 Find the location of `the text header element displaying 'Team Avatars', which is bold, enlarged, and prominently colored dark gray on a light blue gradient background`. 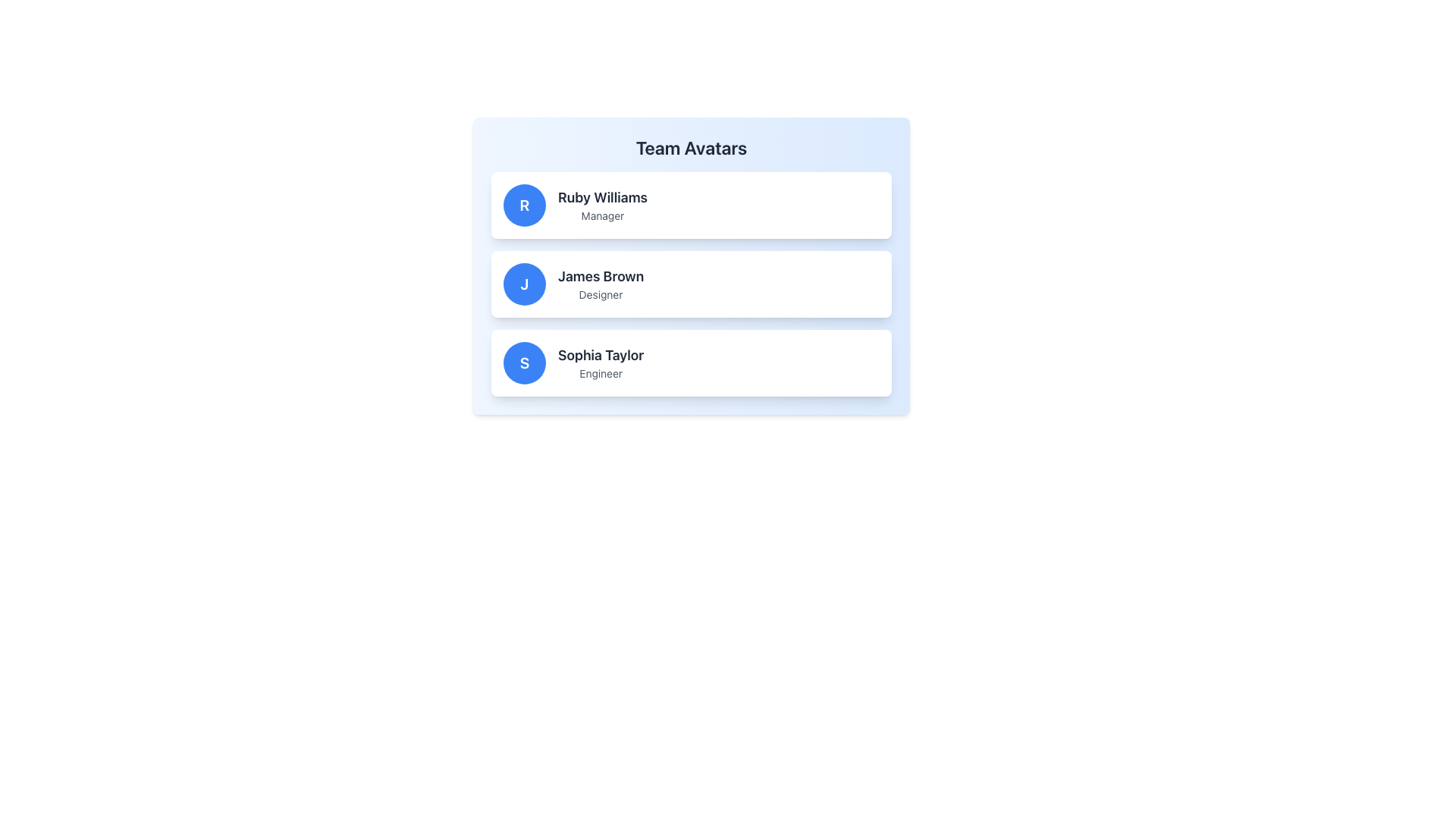

the text header element displaying 'Team Avatars', which is bold, enlarged, and prominently colored dark gray on a light blue gradient background is located at coordinates (691, 148).